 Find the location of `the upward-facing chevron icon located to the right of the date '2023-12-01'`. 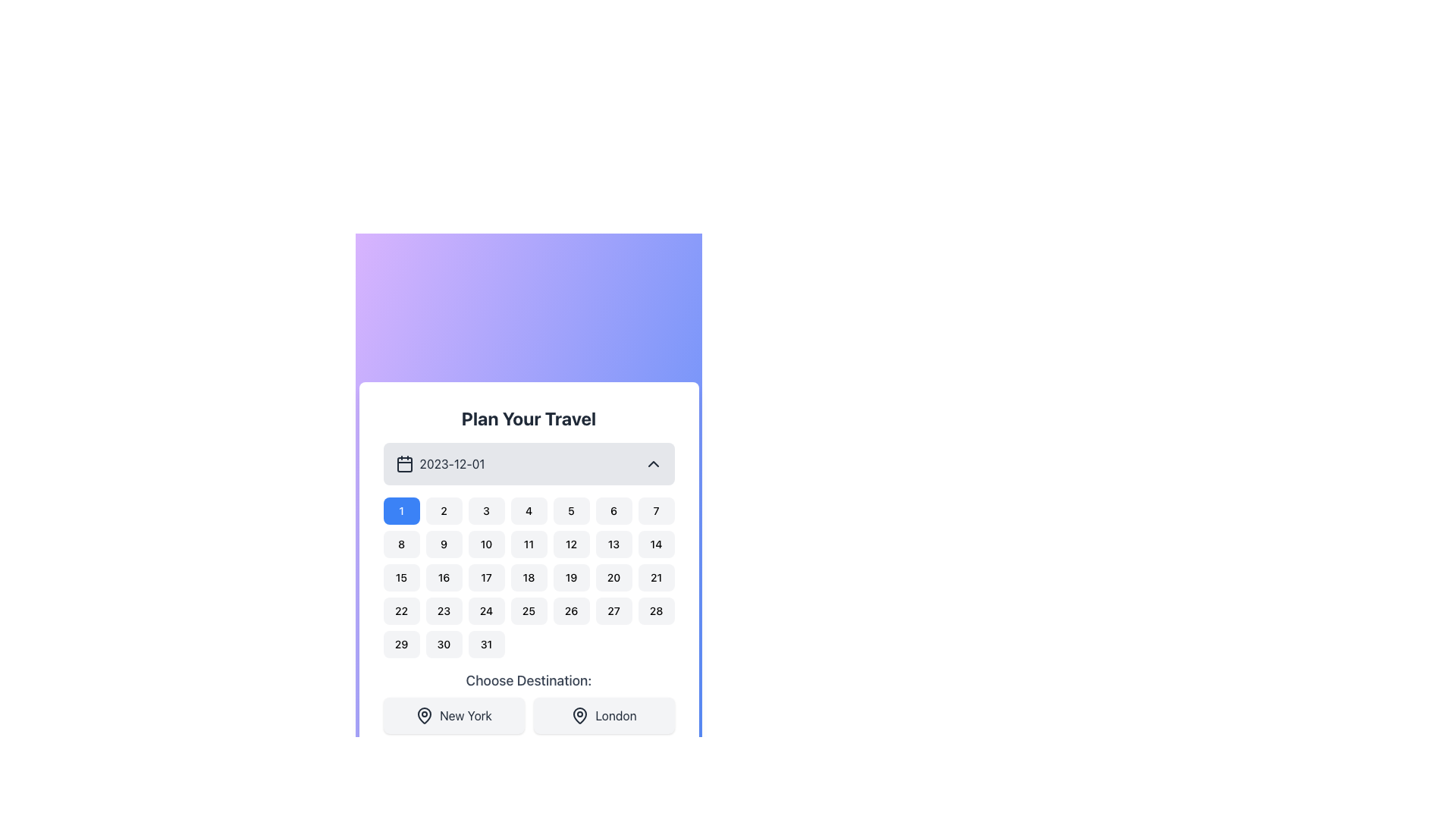

the upward-facing chevron icon located to the right of the date '2023-12-01' is located at coordinates (653, 463).